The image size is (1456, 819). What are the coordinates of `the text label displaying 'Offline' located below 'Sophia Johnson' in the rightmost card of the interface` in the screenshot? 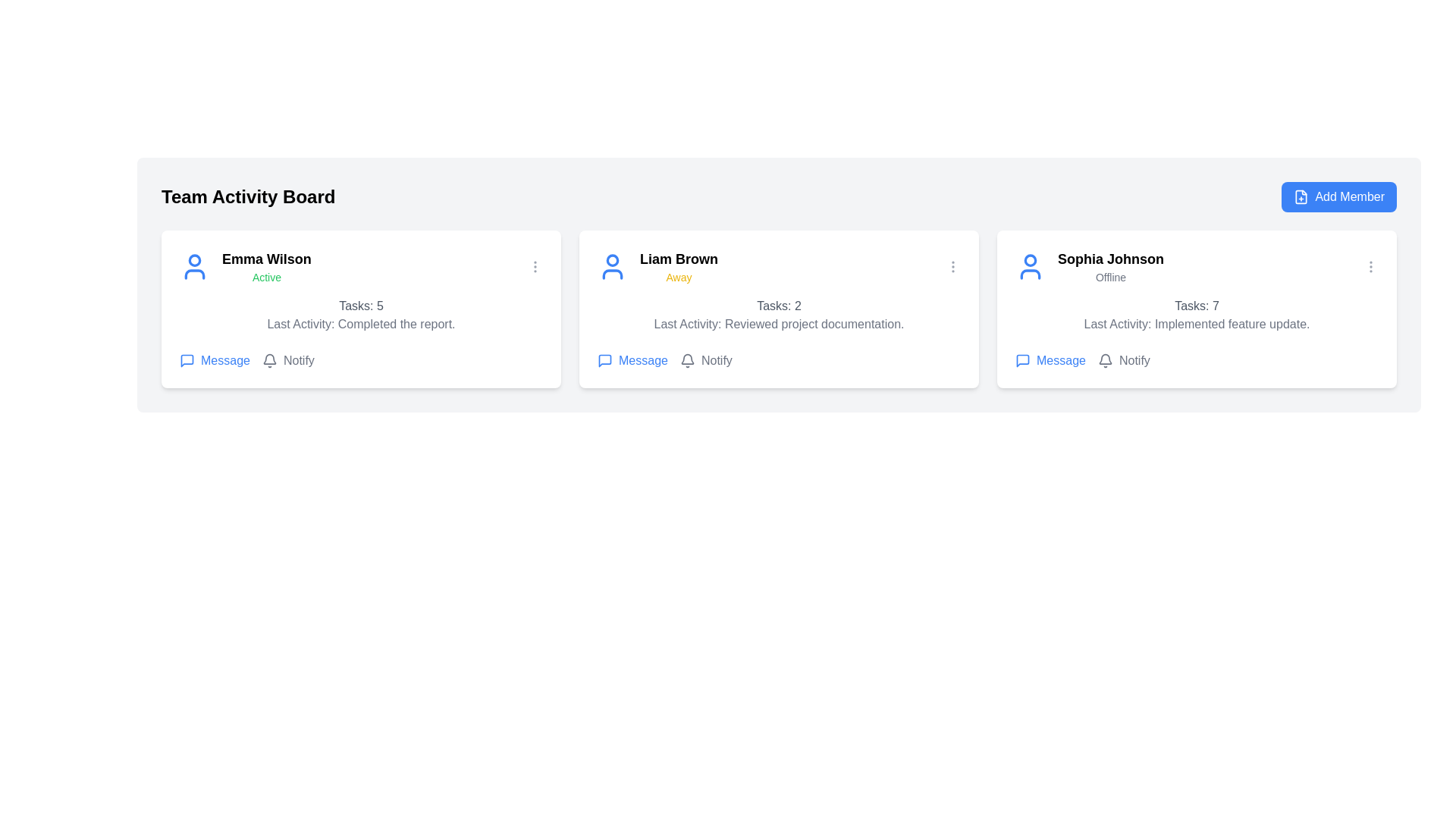 It's located at (1110, 278).